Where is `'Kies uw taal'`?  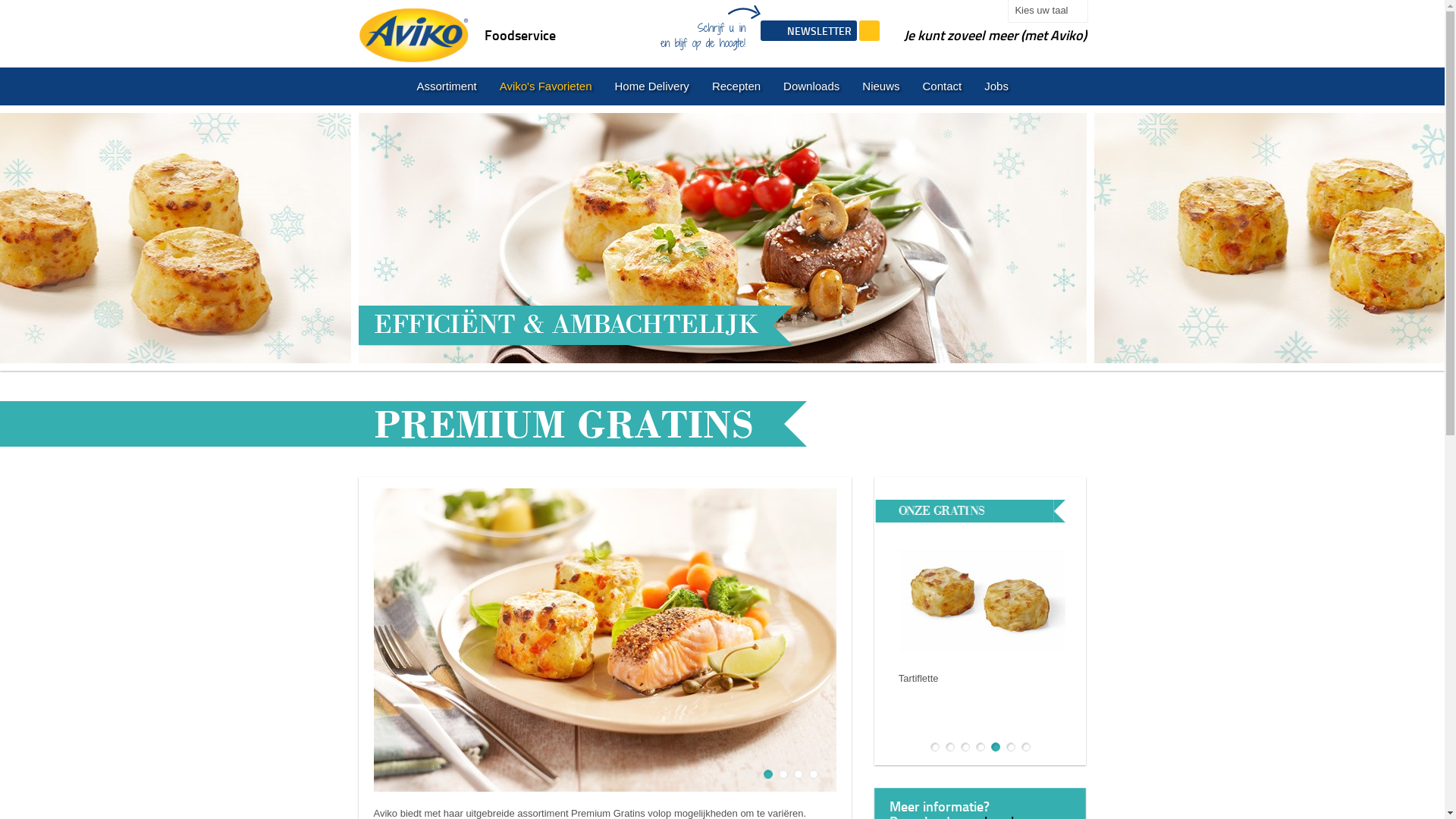
'Kies uw taal' is located at coordinates (1046, 11).